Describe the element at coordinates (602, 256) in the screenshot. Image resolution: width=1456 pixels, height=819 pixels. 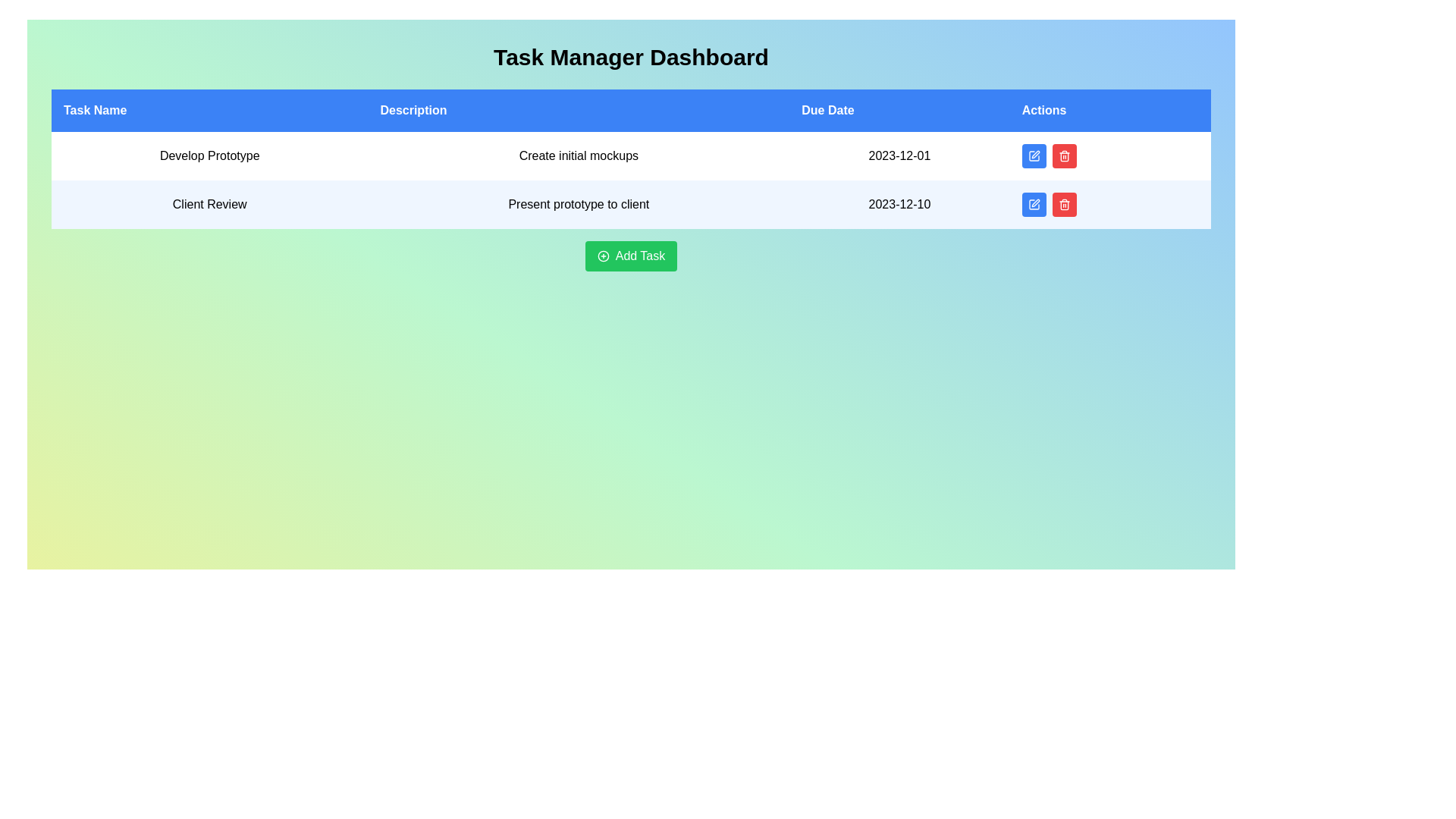
I see `the circular '+' icon inside the 'Add Task' button, which is styled with green and white colors` at that location.